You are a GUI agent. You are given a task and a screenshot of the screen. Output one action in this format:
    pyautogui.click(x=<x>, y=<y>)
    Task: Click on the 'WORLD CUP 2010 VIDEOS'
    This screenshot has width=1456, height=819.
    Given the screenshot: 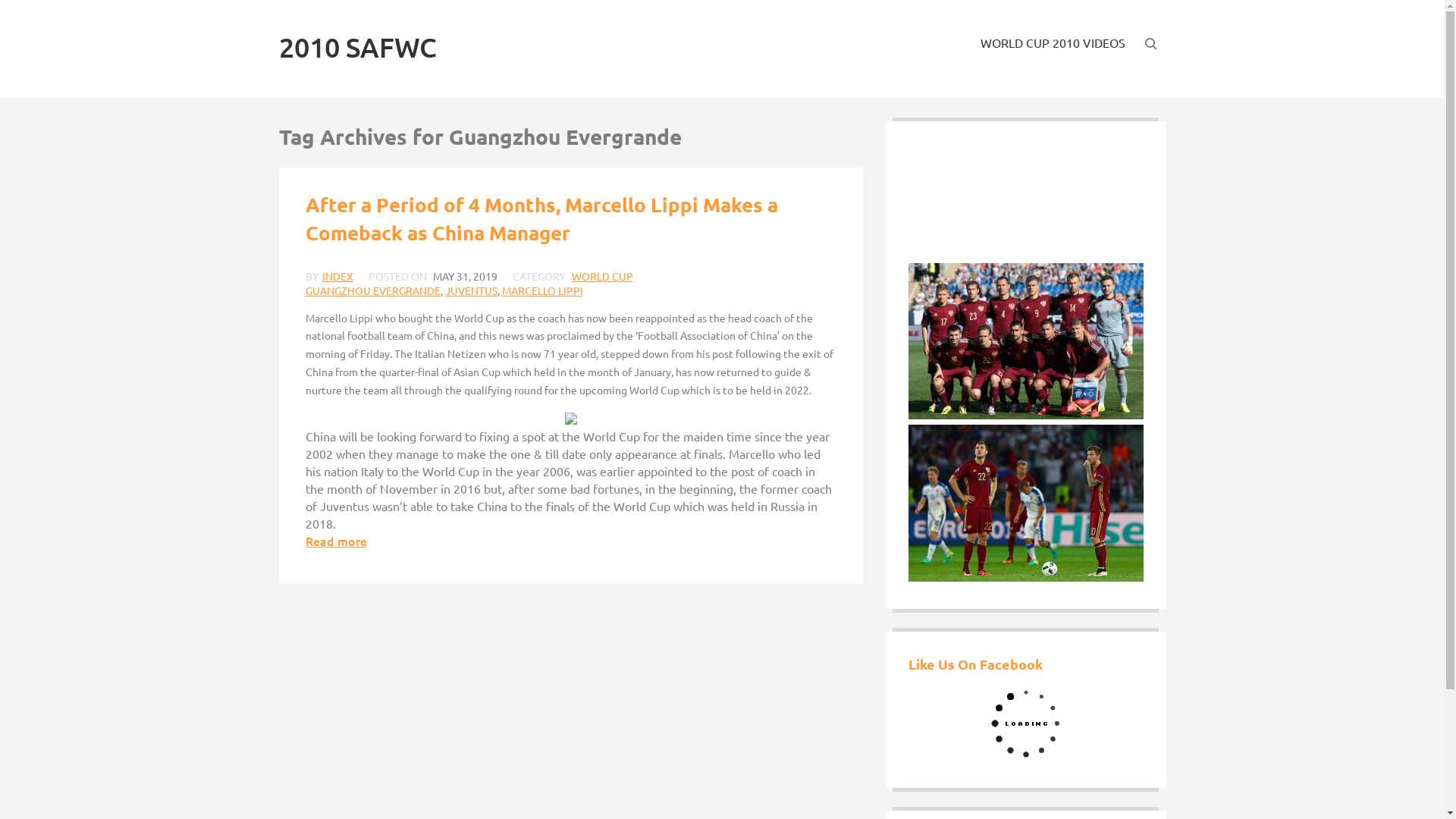 What is the action you would take?
    pyautogui.click(x=968, y=42)
    